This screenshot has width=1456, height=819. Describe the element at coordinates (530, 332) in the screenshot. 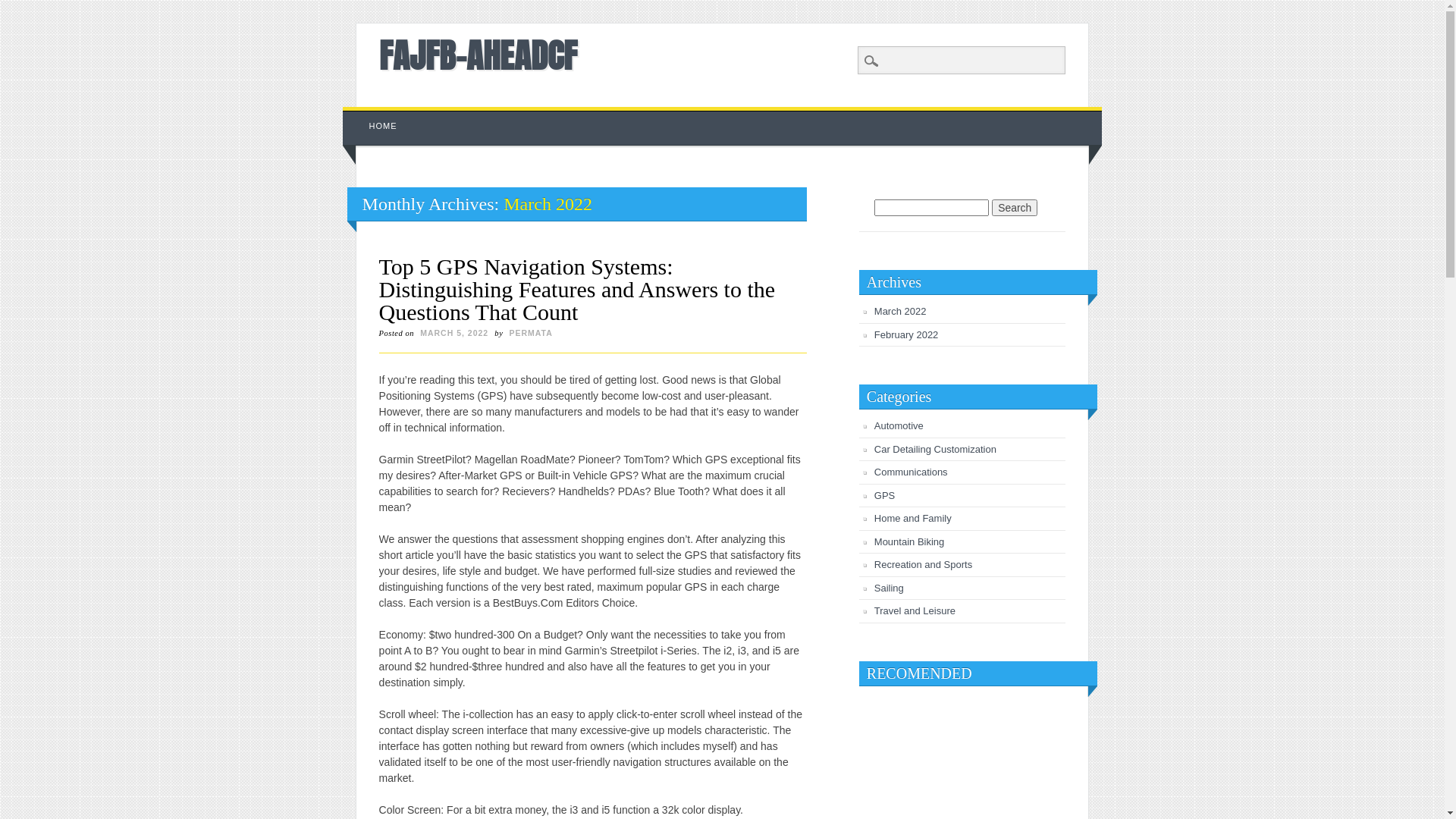

I see `'PERMATA'` at that location.